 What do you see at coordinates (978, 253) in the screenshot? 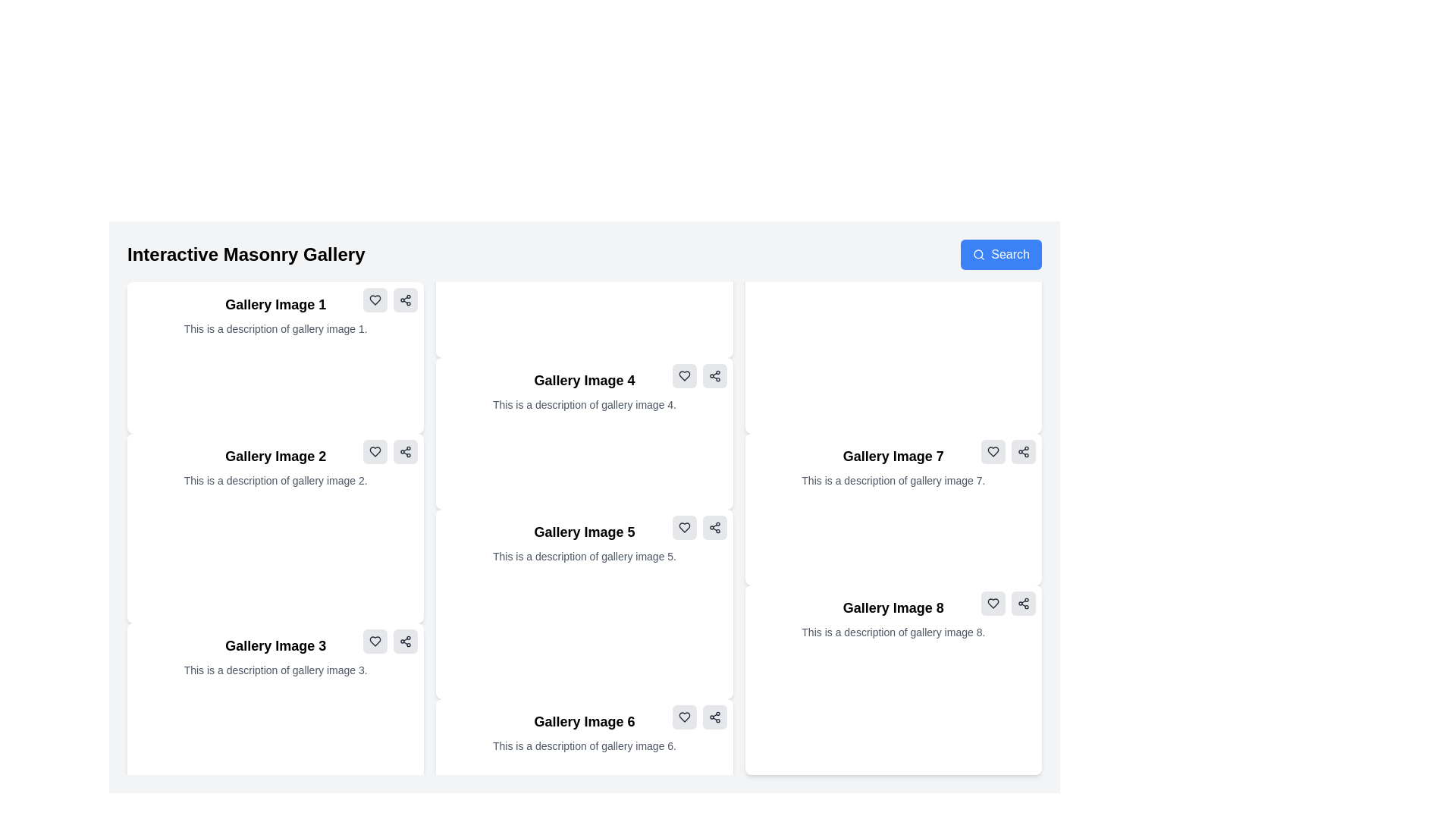
I see `the small circular outline icon within the search button at the top-right corner of the interface, which represents a magnifying glass` at bounding box center [978, 253].